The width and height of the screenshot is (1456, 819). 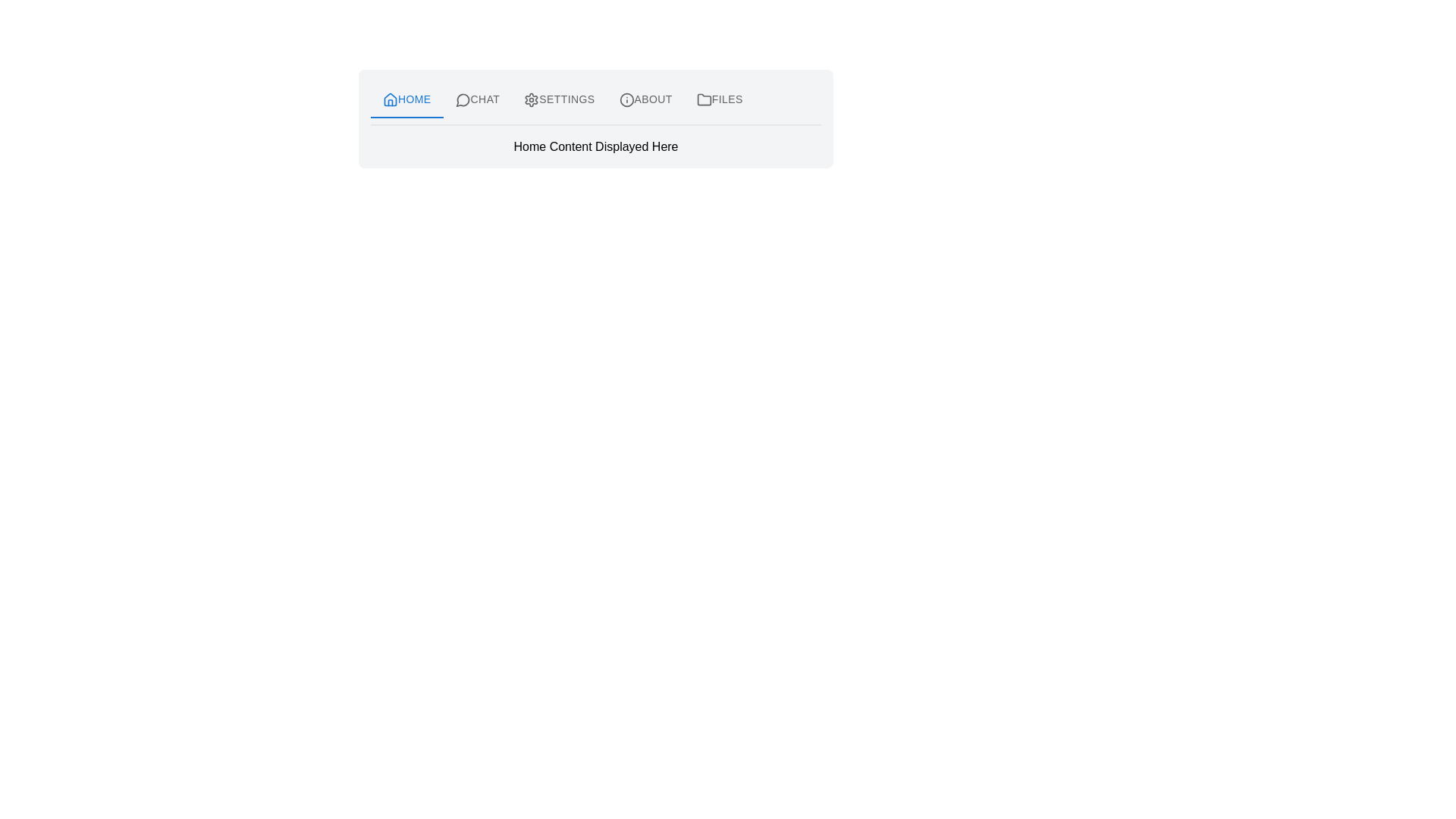 What do you see at coordinates (532, 99) in the screenshot?
I see `the main part of the gear icon representing 'settings' in the menu bar to interact with it` at bounding box center [532, 99].